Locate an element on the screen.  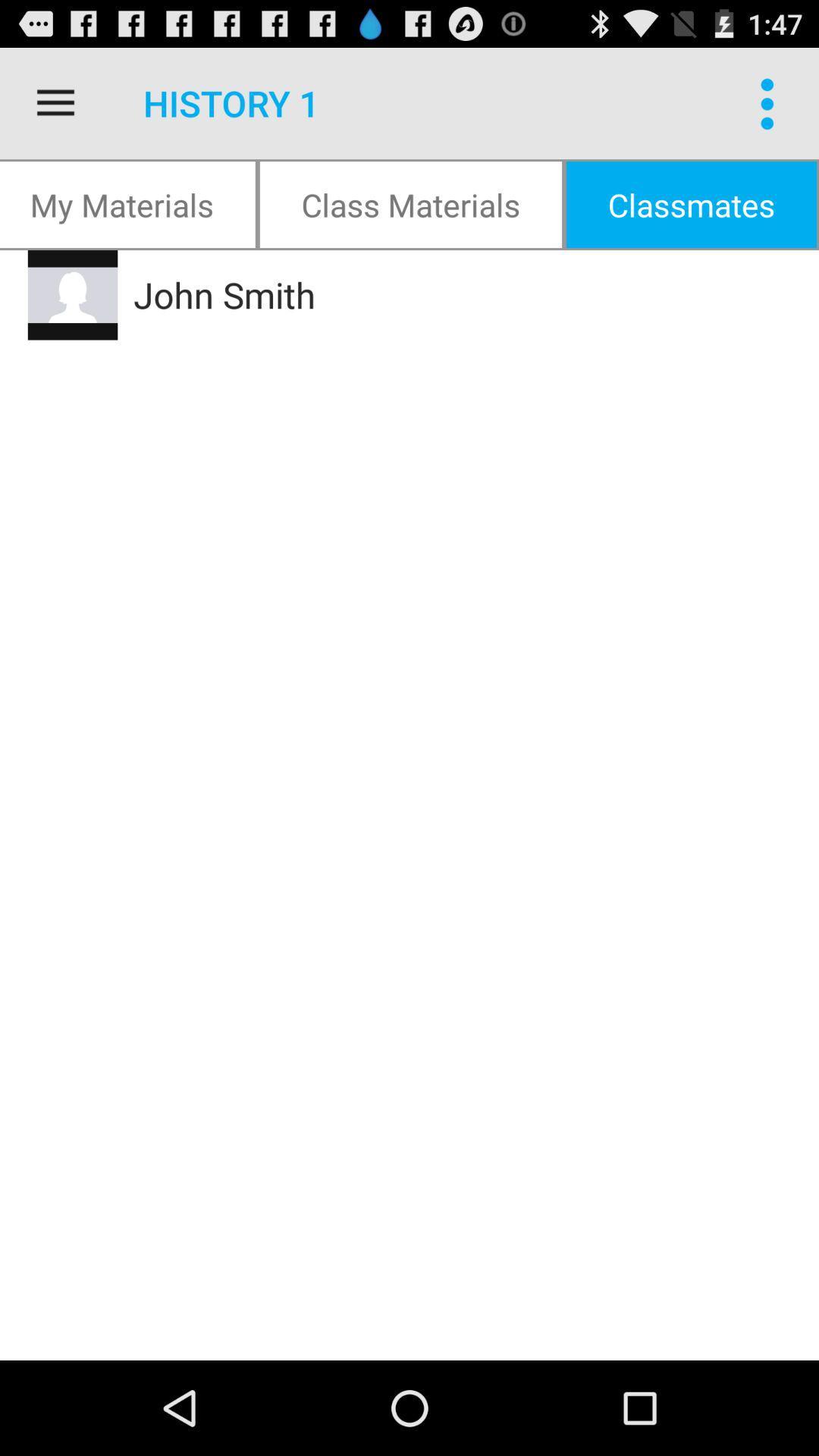
icon next to history 1 is located at coordinates (55, 102).